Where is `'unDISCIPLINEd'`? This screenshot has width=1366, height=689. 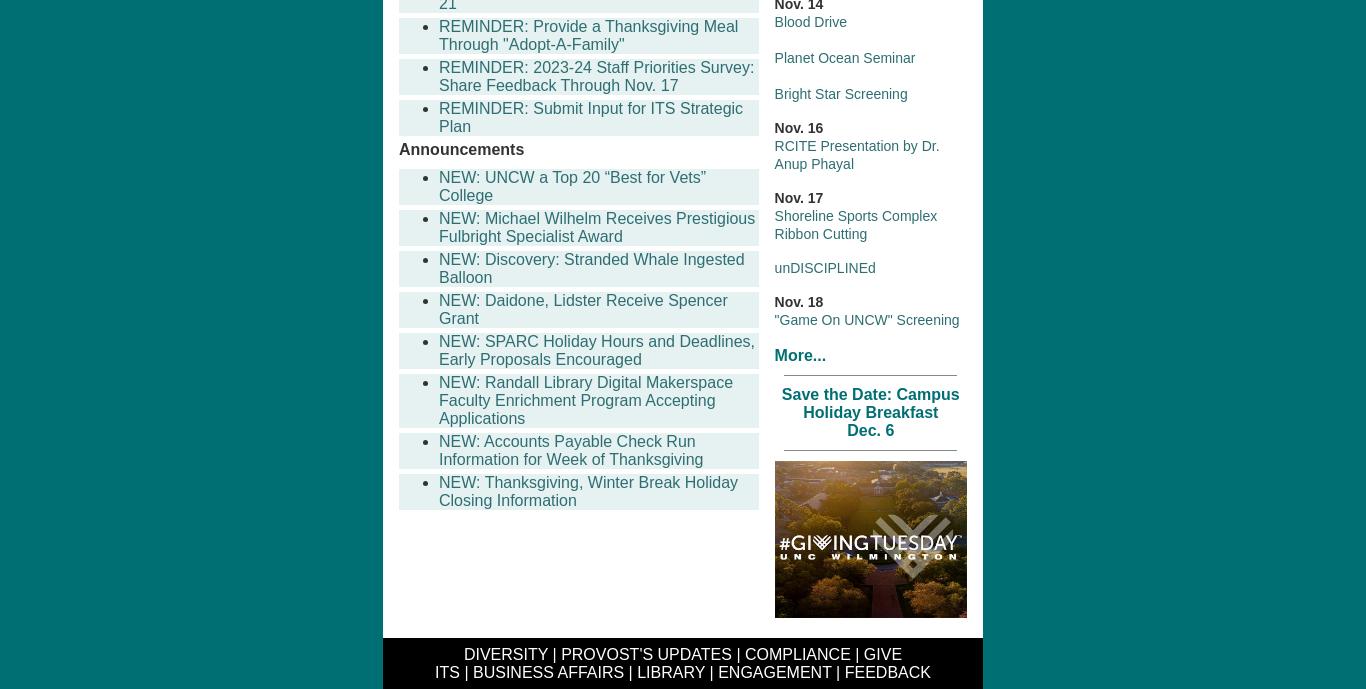 'unDISCIPLINEd' is located at coordinates (823, 266).